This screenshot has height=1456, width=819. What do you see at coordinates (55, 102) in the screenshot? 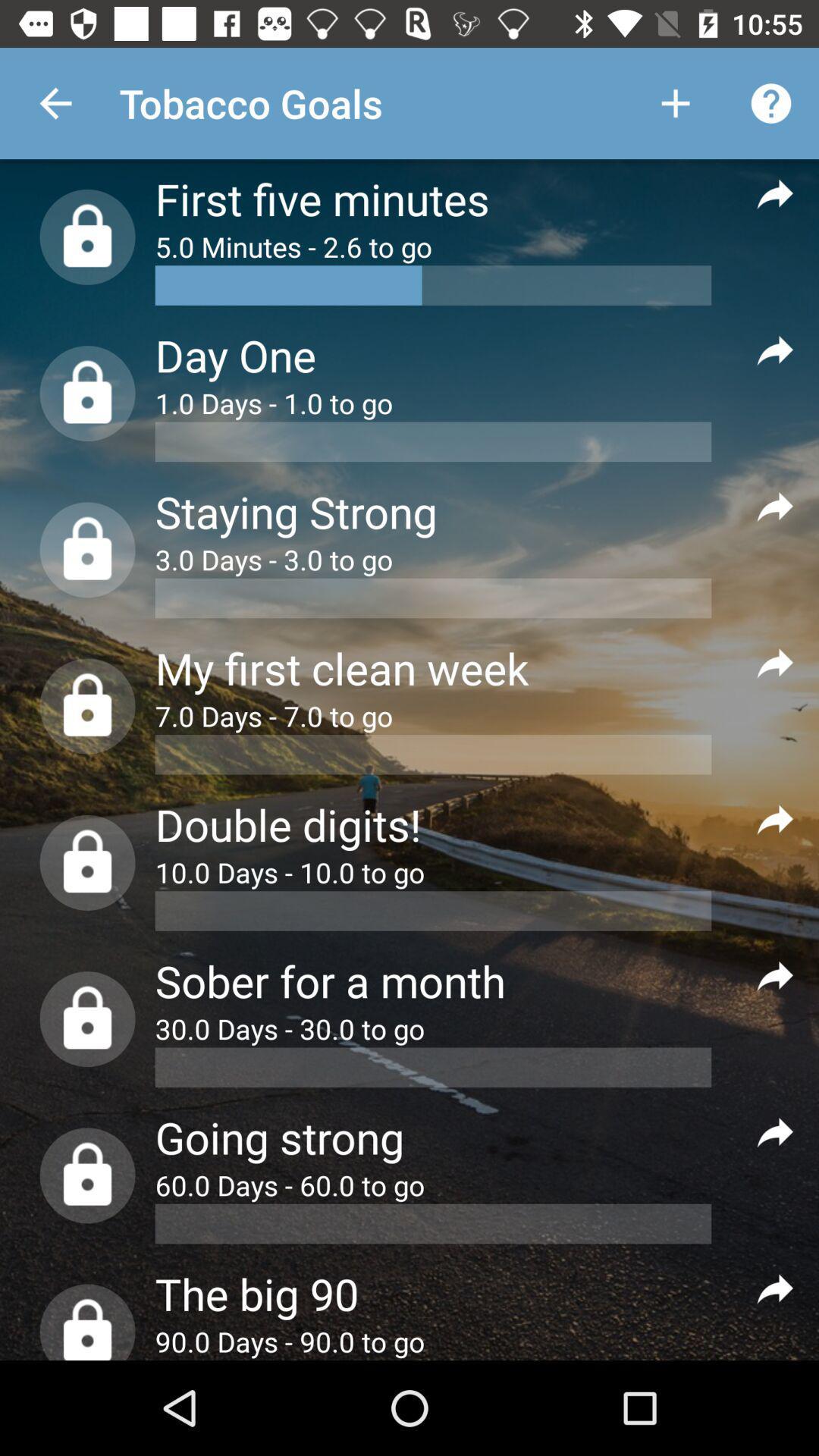
I see `the item next to the tobacco goals item` at bounding box center [55, 102].